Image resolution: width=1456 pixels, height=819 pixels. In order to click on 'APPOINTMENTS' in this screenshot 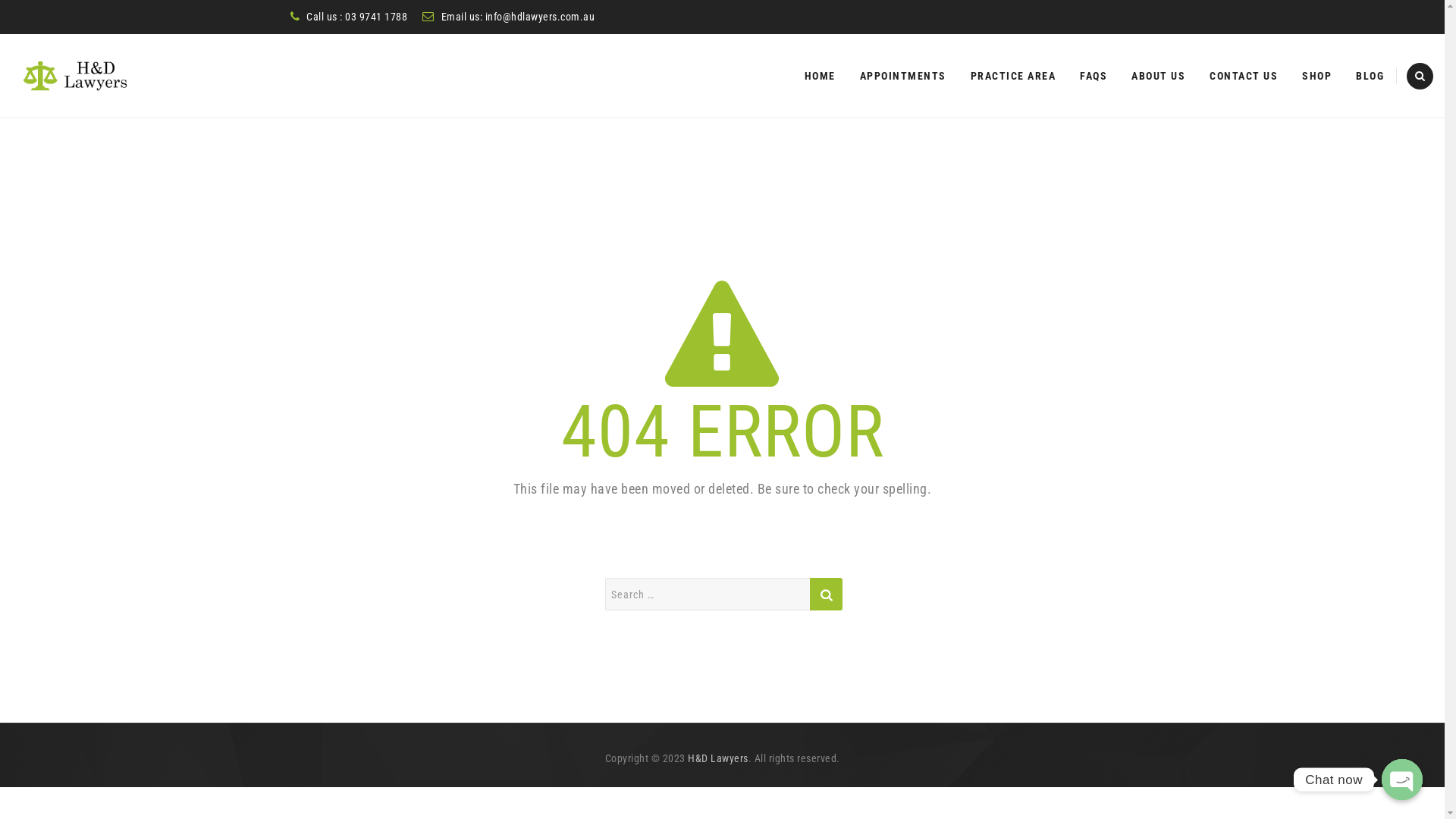, I will do `click(902, 76)`.